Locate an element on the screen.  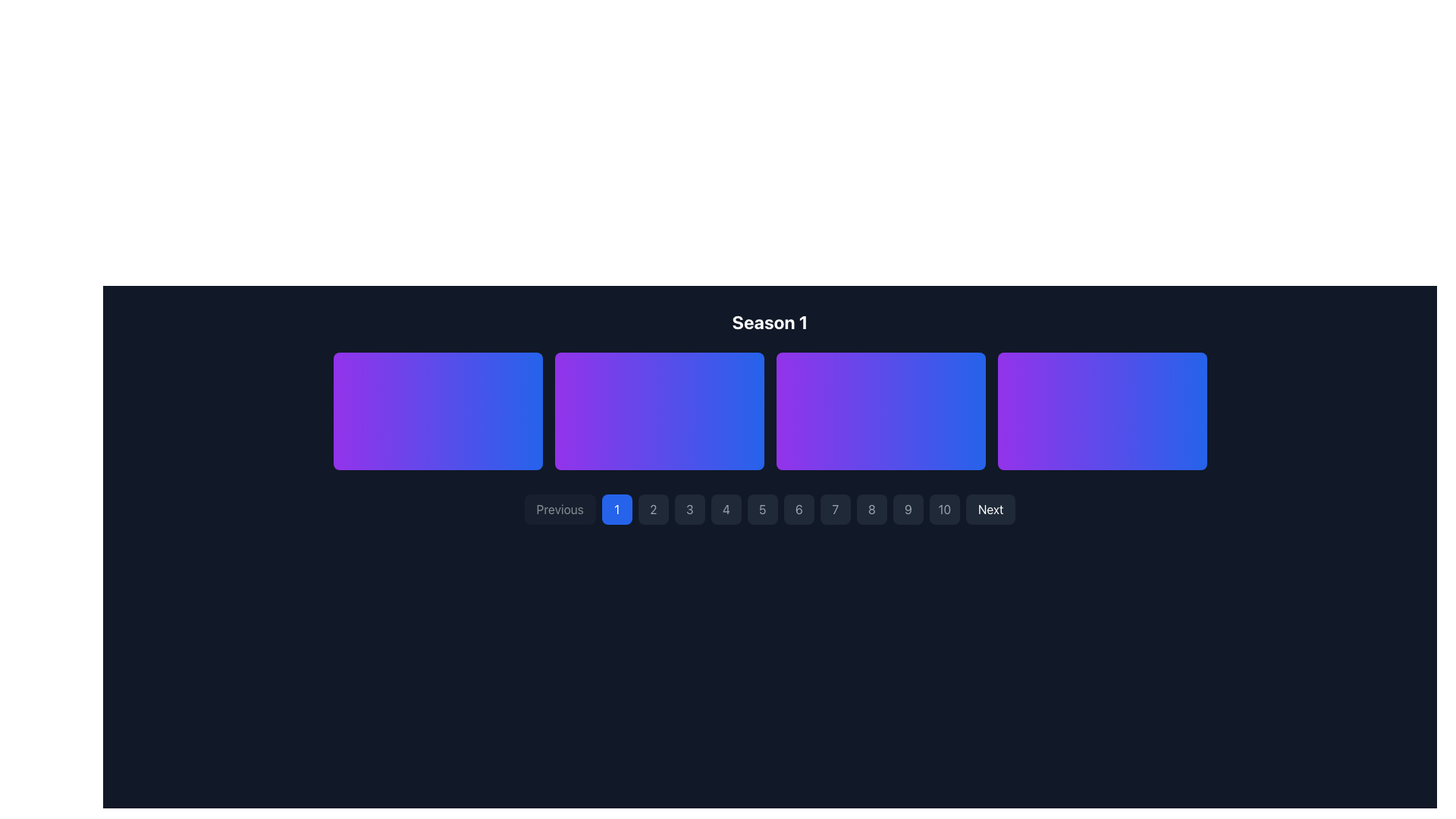
the small square button labeled '4' with a dark gray background is located at coordinates (725, 510).